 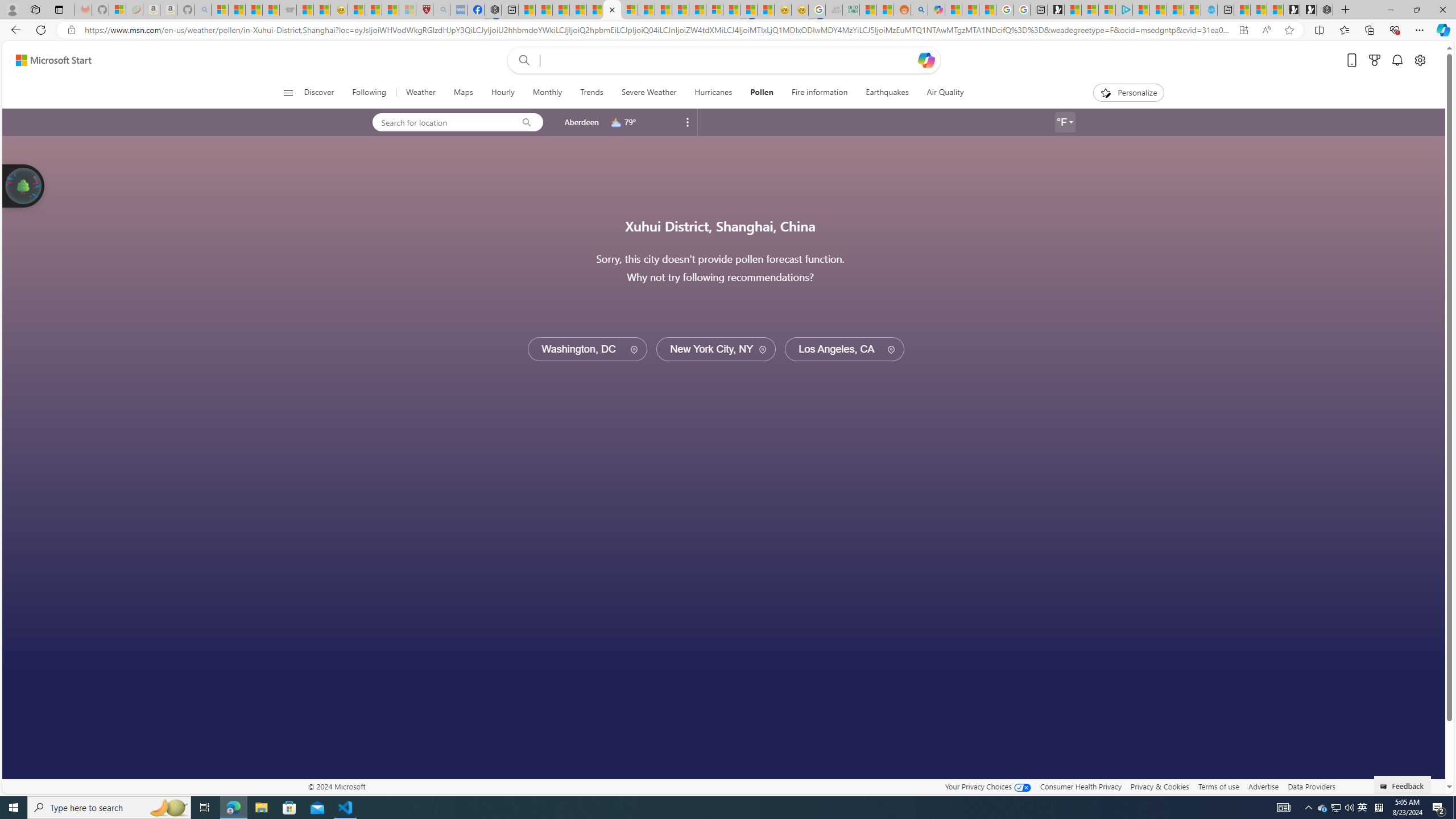 I want to click on 'Maps', so click(x=463, y=92).